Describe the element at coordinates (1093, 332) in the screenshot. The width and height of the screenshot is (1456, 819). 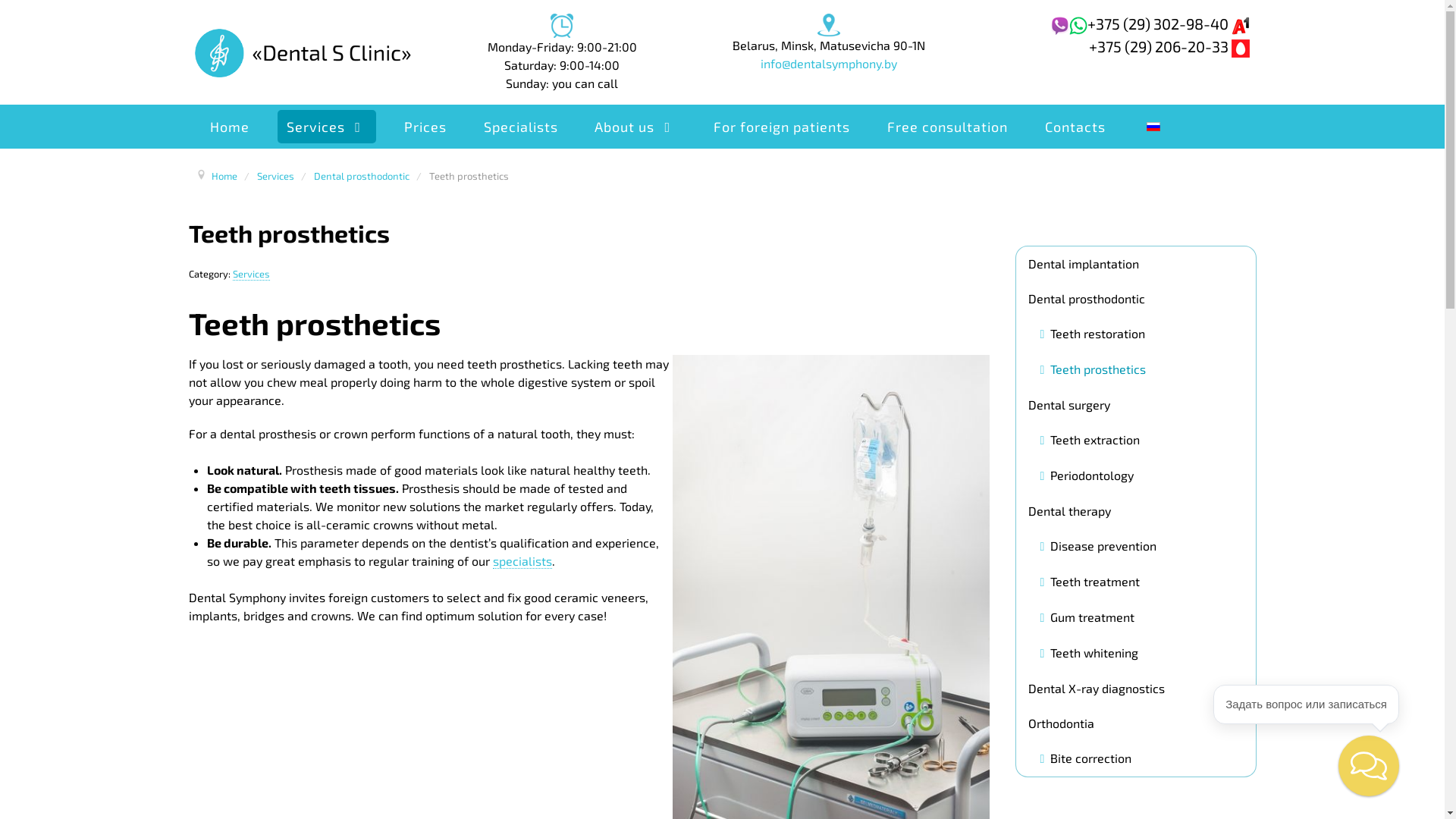
I see `'Teeth restoration'` at that location.